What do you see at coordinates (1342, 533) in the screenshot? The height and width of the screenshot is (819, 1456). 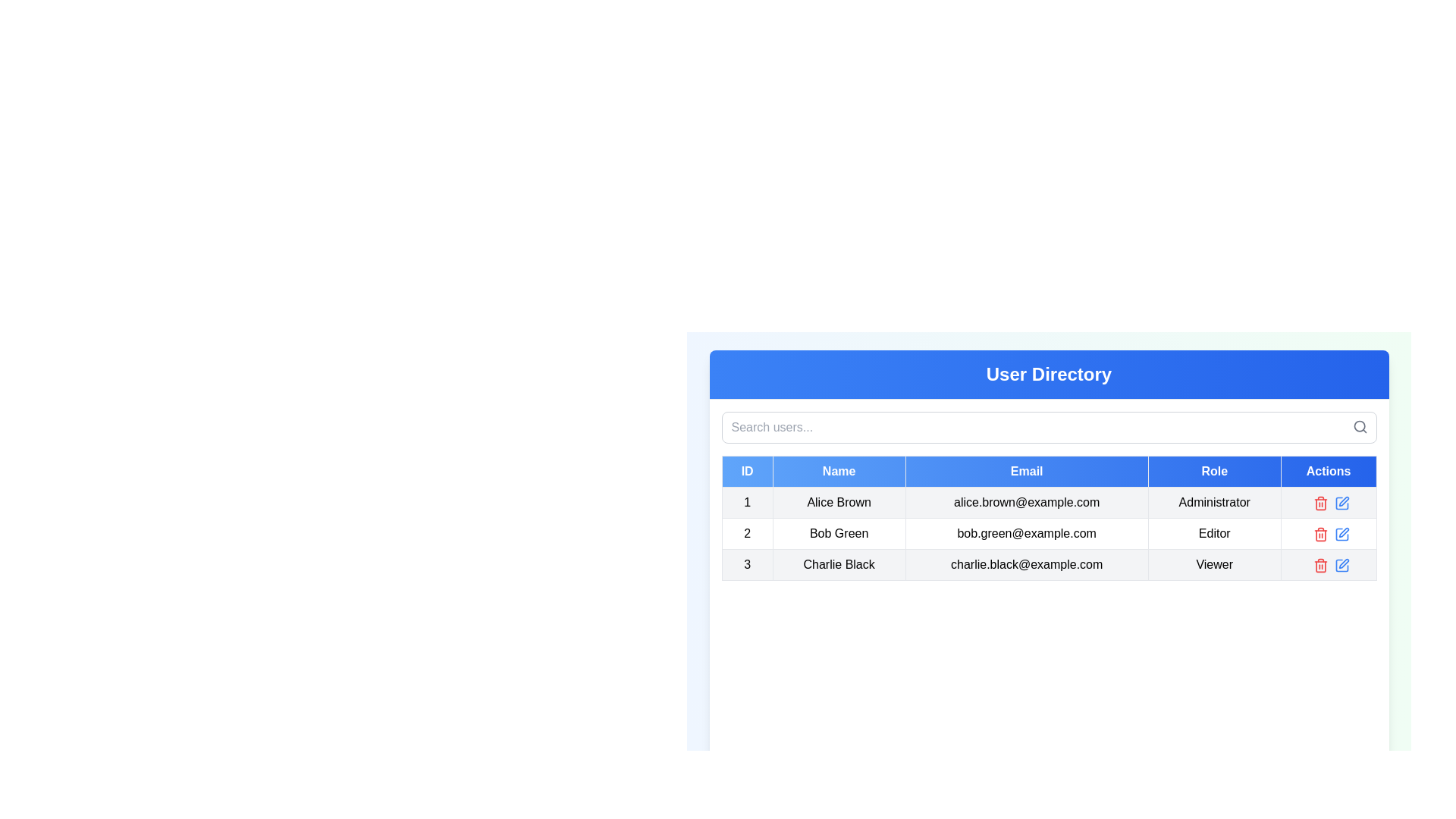 I see `the edit icon button located in the third column labeled 'Actions' of the second row` at bounding box center [1342, 533].